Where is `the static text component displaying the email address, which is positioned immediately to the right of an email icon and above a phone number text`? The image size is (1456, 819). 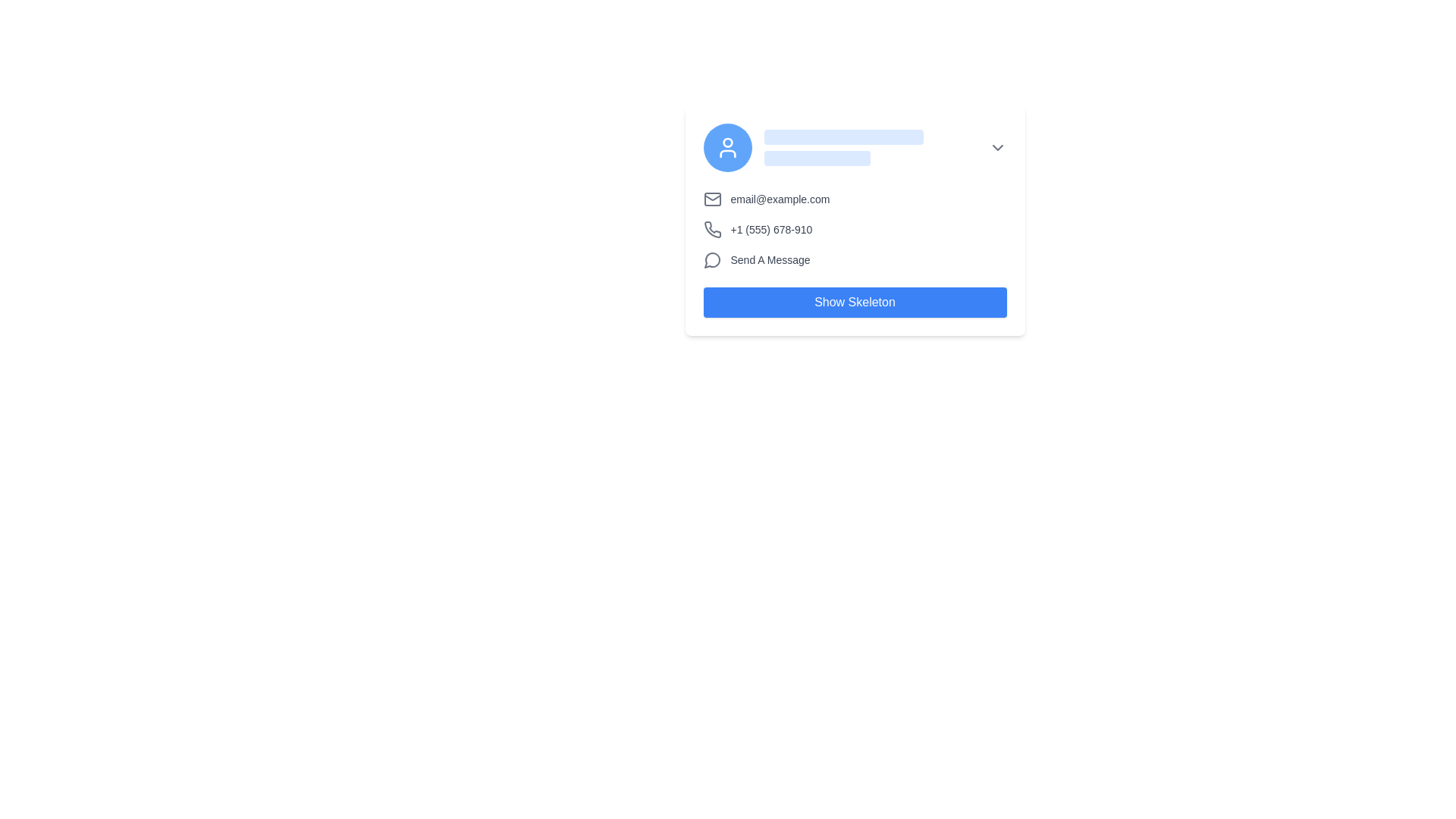
the static text component displaying the email address, which is positioned immediately to the right of an email icon and above a phone number text is located at coordinates (780, 198).